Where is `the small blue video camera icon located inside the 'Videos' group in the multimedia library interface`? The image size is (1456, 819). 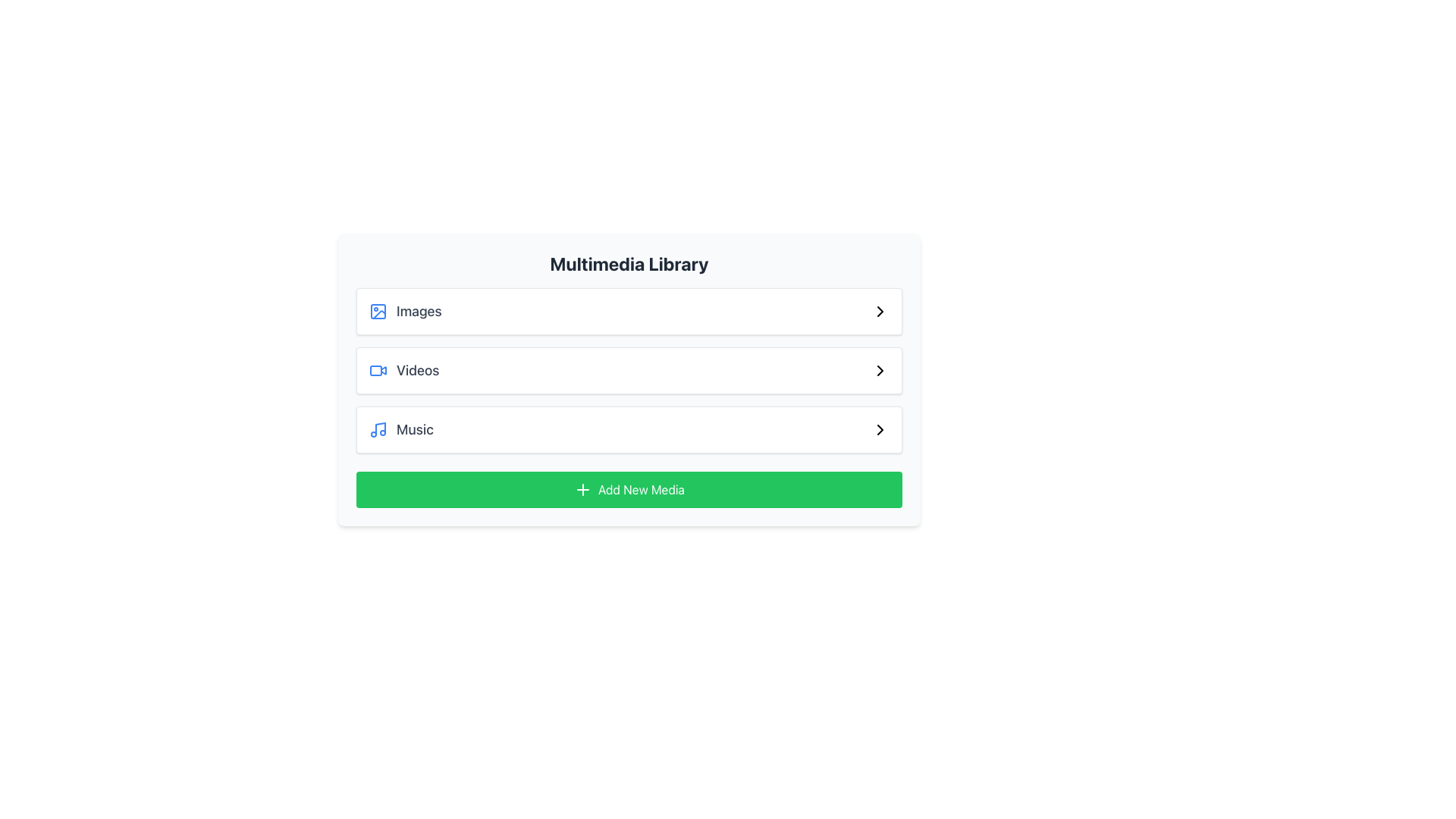 the small blue video camera icon located inside the 'Videos' group in the multimedia library interface is located at coordinates (378, 371).